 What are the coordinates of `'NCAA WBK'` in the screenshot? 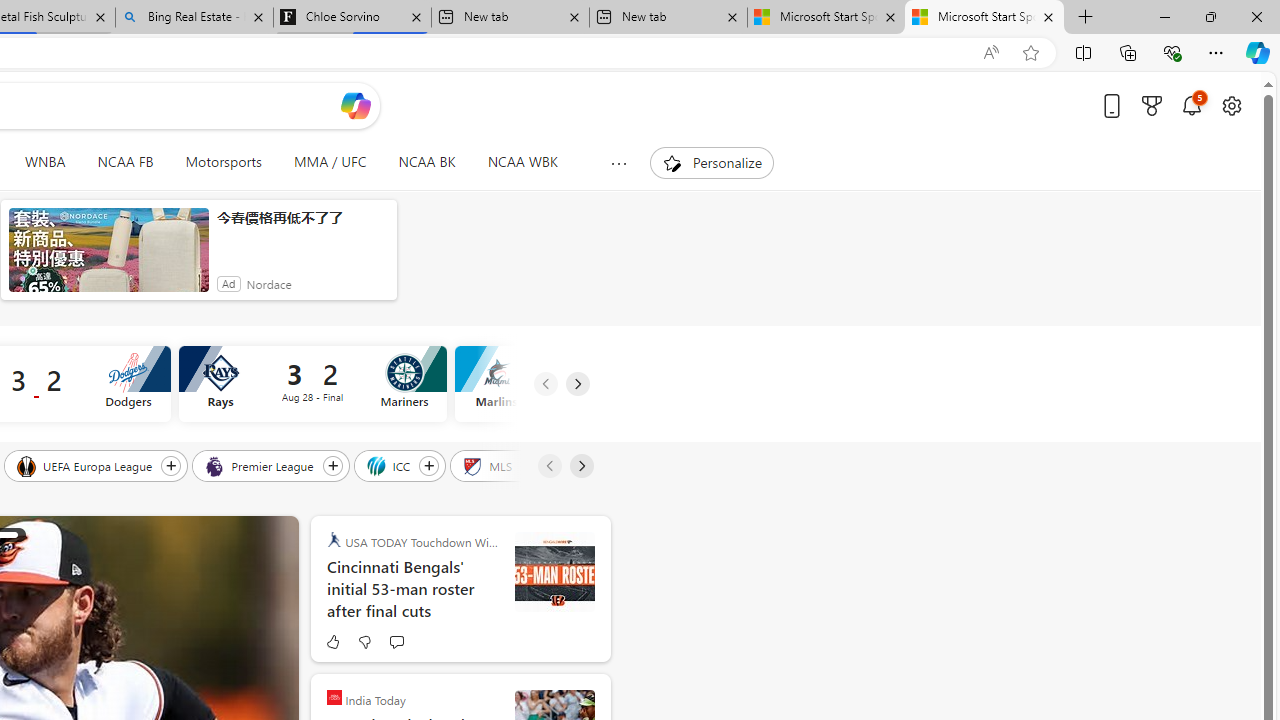 It's located at (522, 162).